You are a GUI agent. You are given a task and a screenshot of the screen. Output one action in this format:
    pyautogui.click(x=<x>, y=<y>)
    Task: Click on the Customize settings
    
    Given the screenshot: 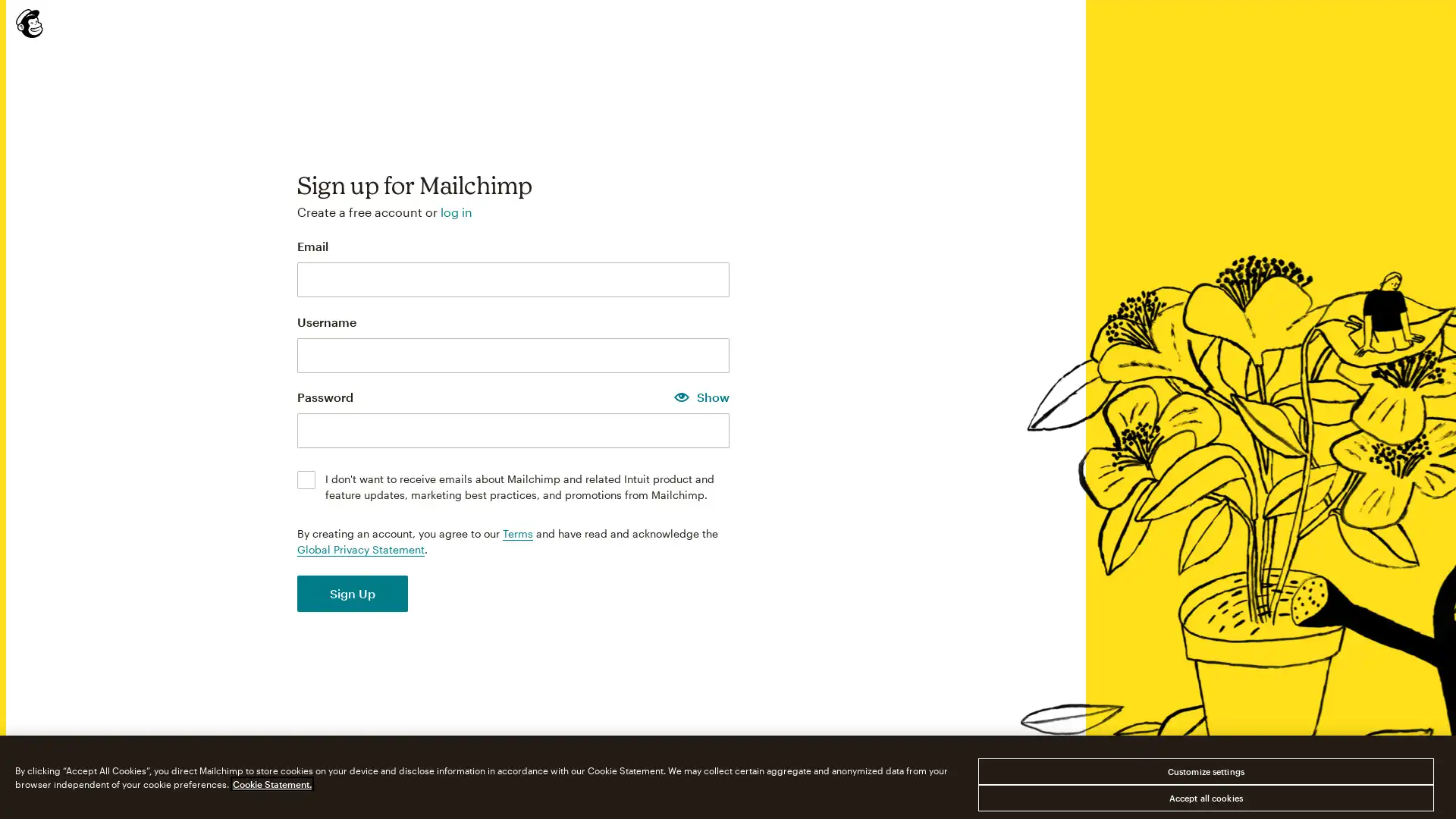 What is the action you would take?
    pyautogui.click(x=1204, y=771)
    